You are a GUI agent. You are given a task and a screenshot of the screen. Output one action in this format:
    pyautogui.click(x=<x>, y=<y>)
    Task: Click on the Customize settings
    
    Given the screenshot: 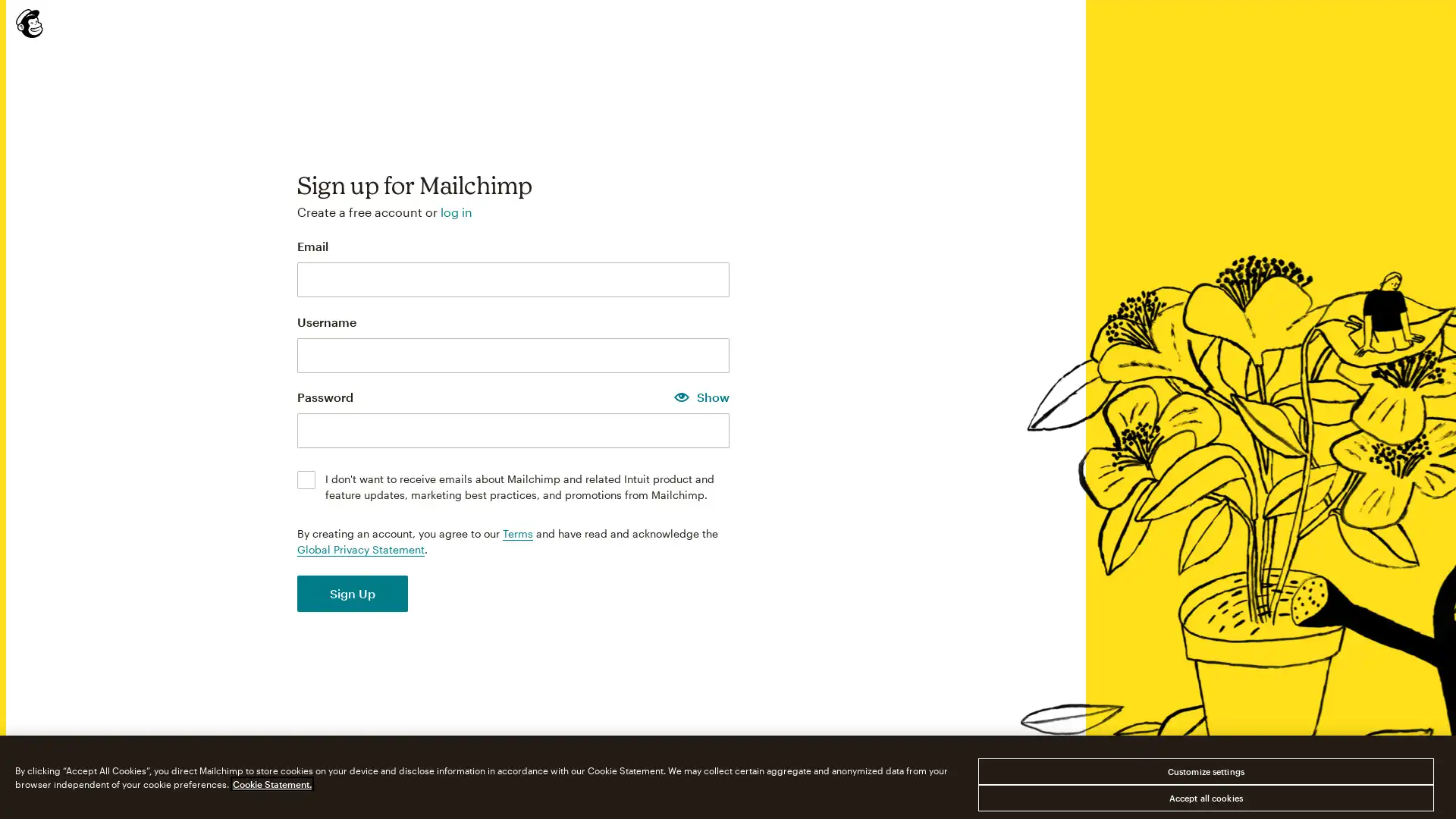 What is the action you would take?
    pyautogui.click(x=1204, y=771)
    